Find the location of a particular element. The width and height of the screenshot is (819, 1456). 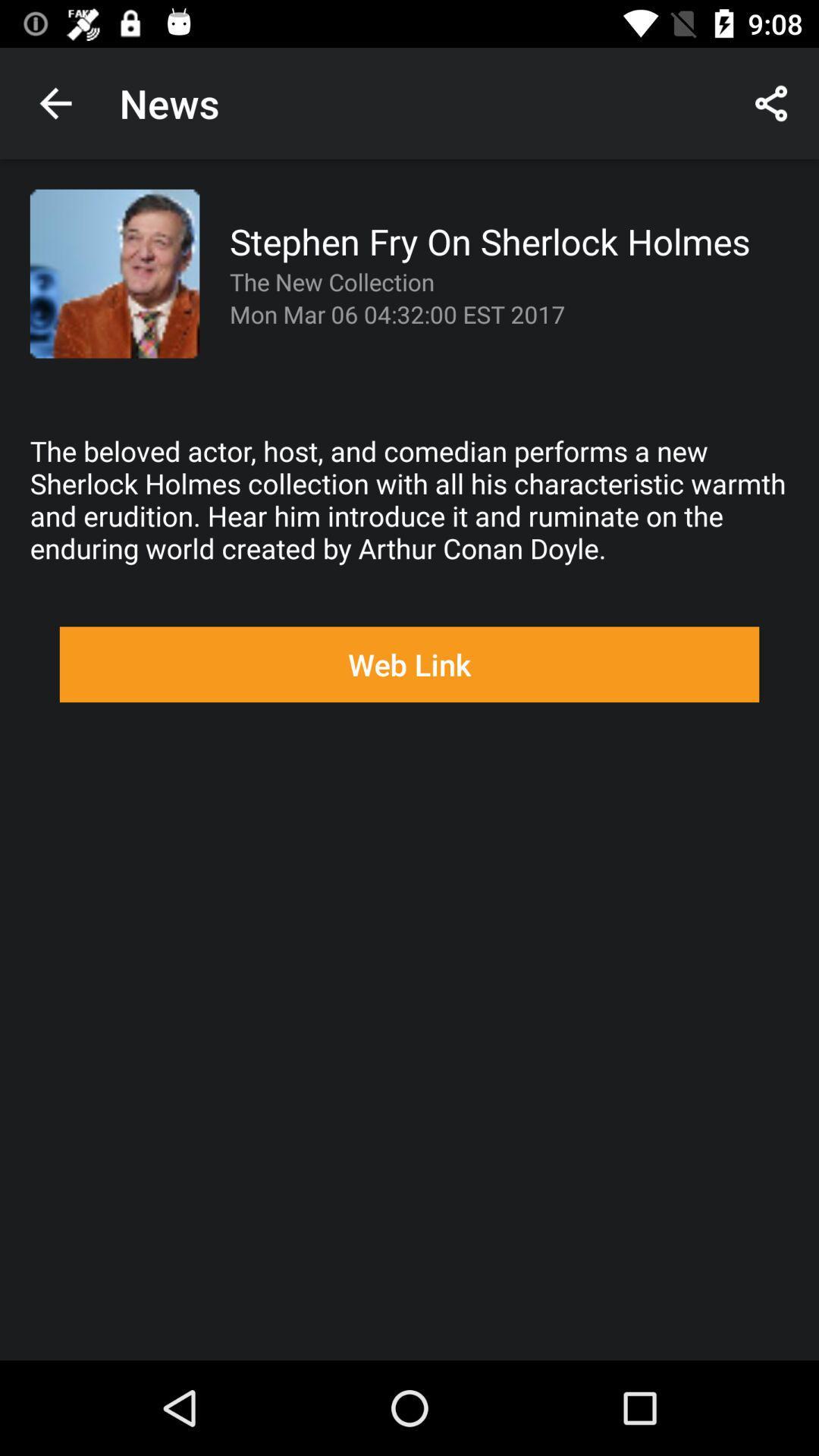

item below the the beloved actor icon is located at coordinates (409, 664).